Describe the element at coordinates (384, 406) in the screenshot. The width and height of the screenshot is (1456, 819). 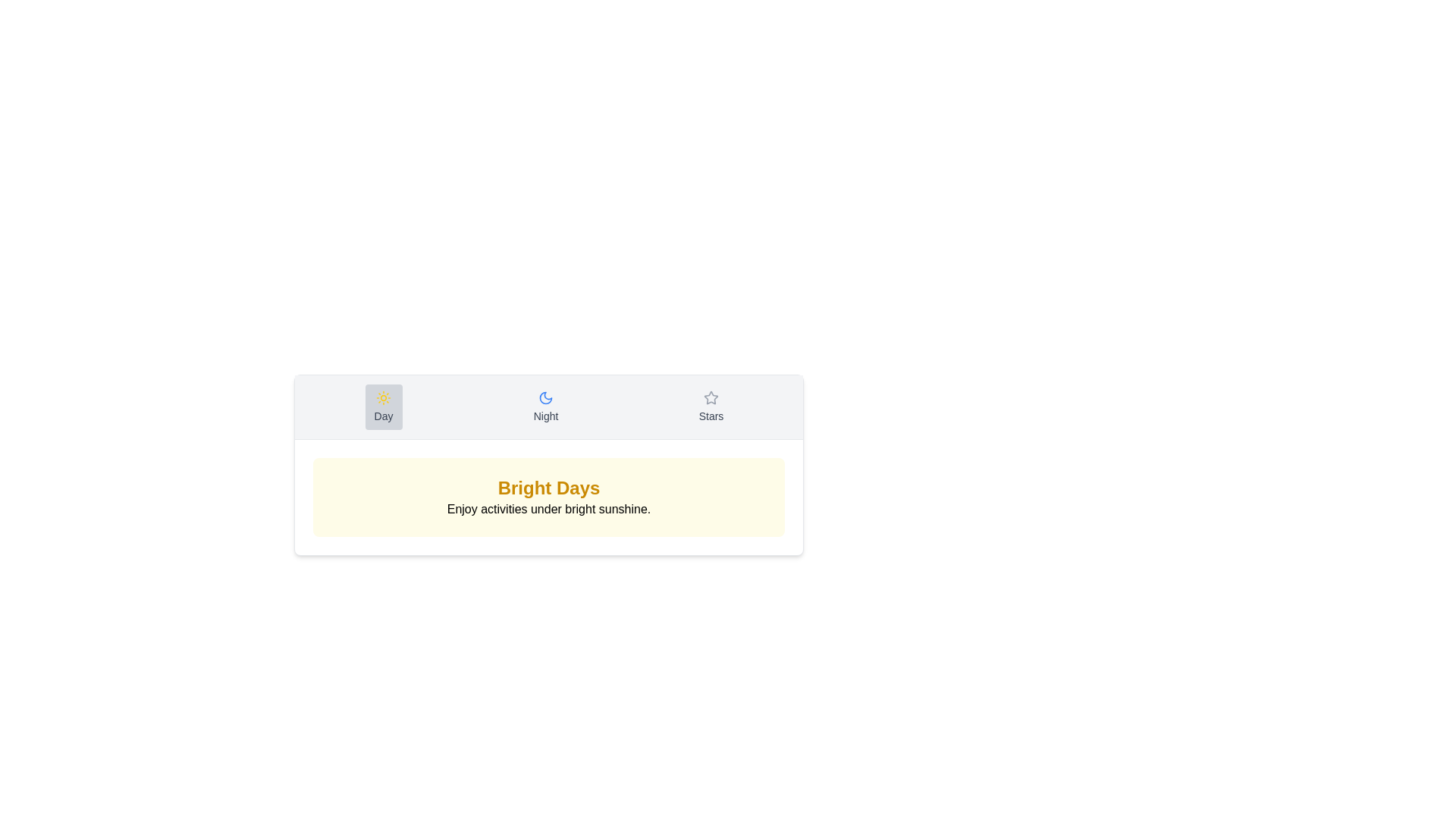
I see `the tab corresponding to Day` at that location.